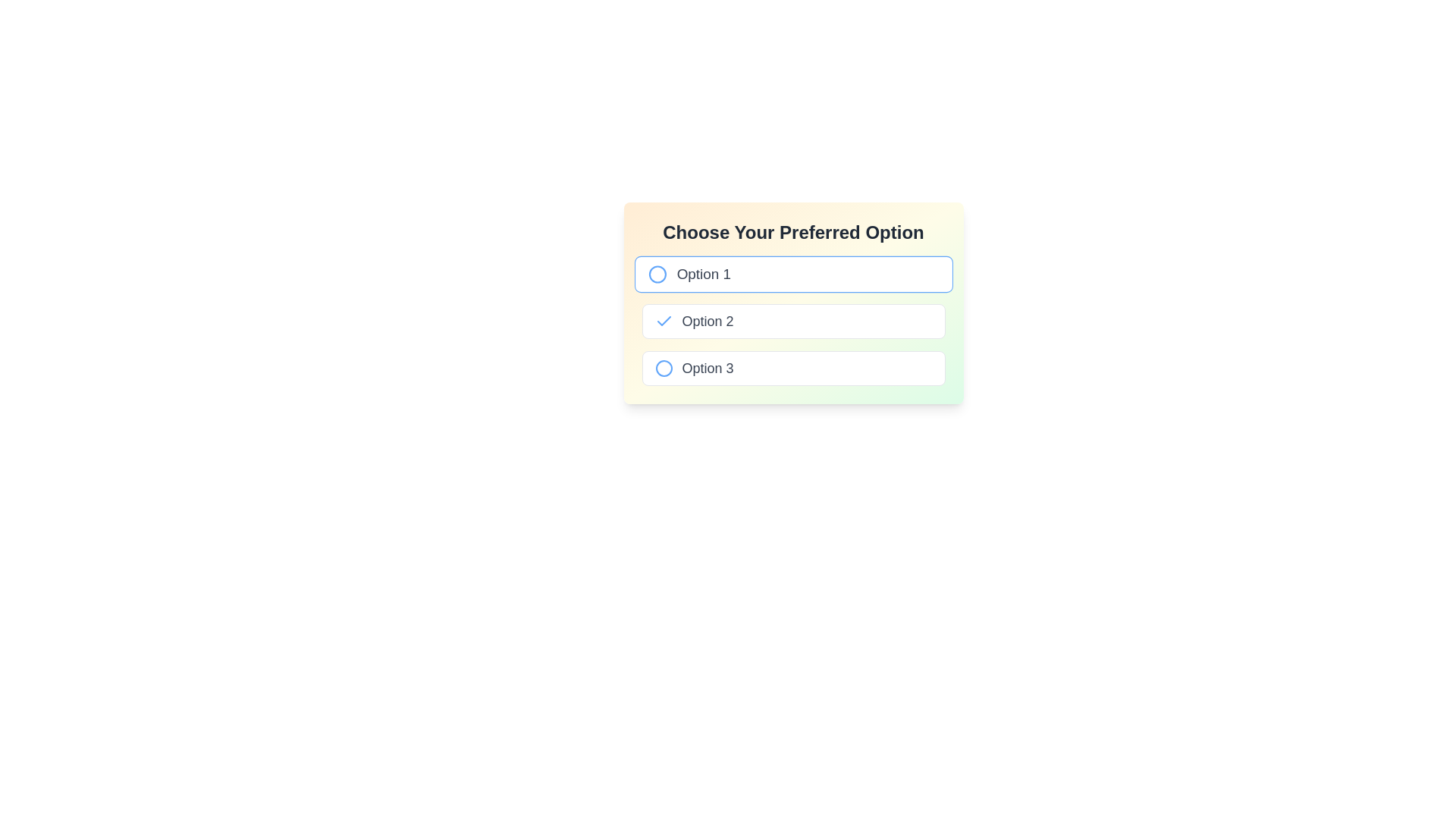  What do you see at coordinates (664, 321) in the screenshot?
I see `the state of the selection marker icon indicating that 'Option 2' is selected, which is positioned to the left of the text label 'Option 2'` at bounding box center [664, 321].